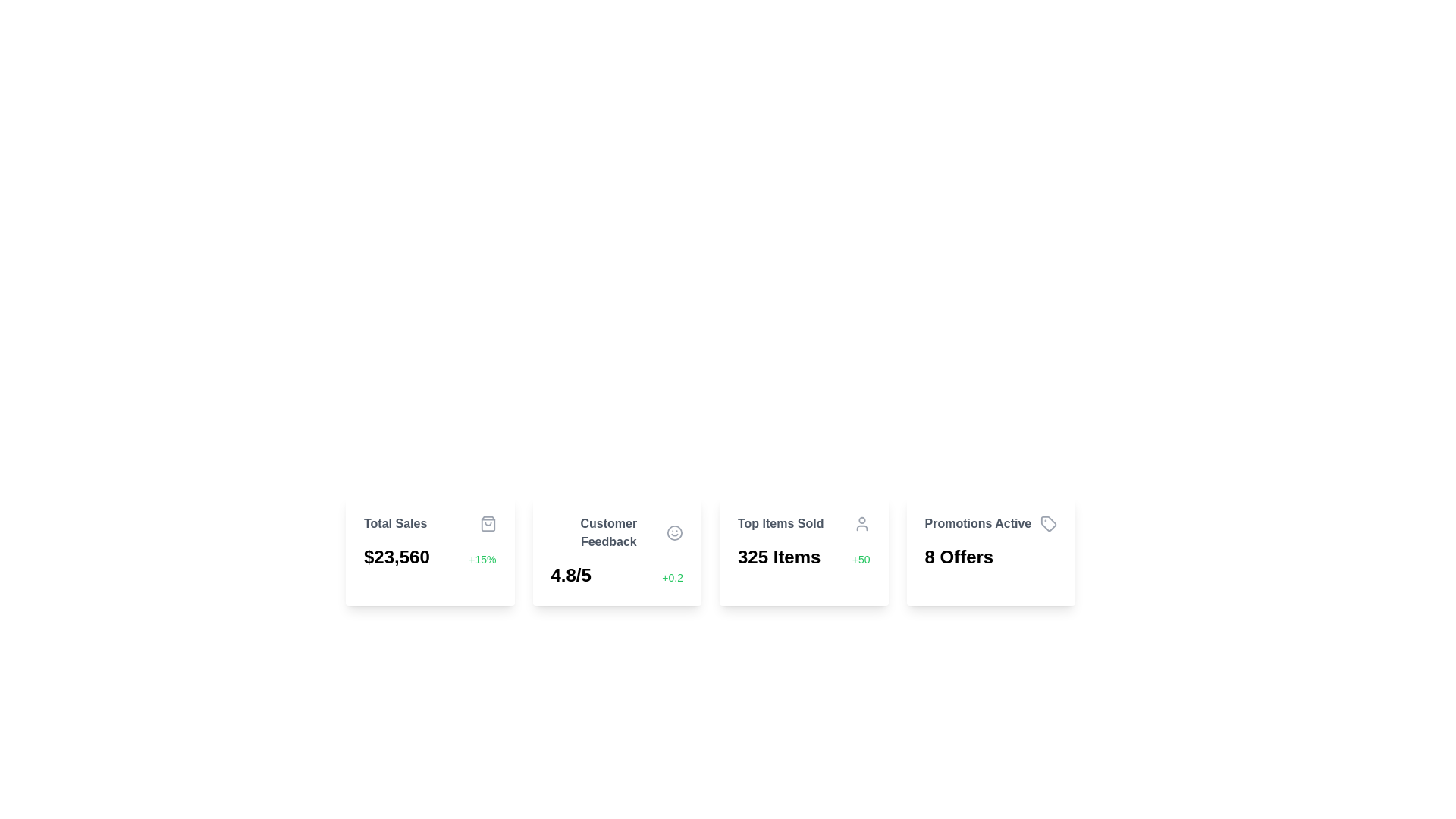 This screenshot has height=819, width=1456. What do you see at coordinates (1047, 522) in the screenshot?
I see `the icon representing the 'Promotions Active' section, which is located to the left of the active promotions text in the summary cards` at bounding box center [1047, 522].